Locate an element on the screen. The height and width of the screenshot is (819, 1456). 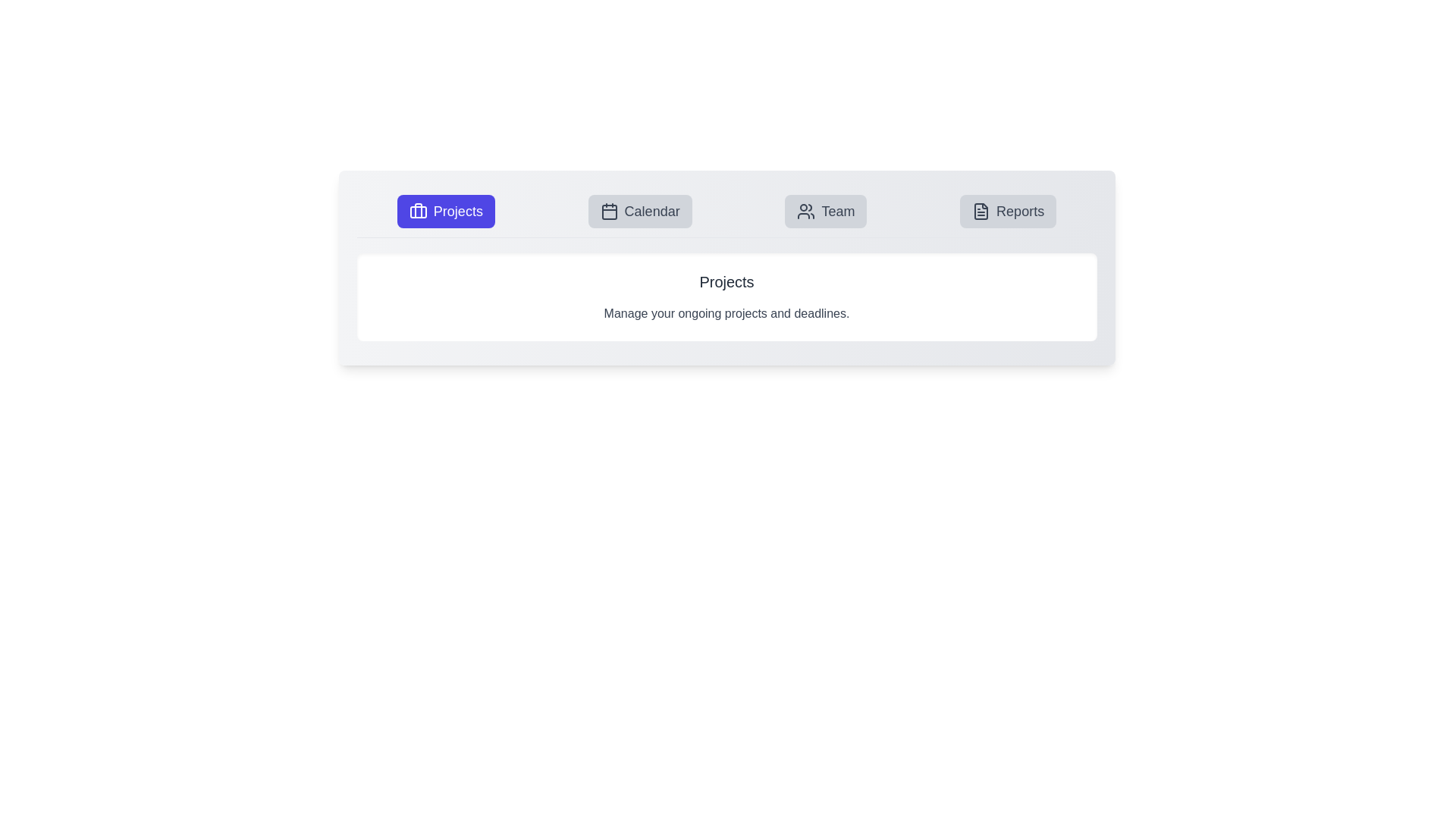
the Team tab by clicking its button is located at coordinates (825, 211).